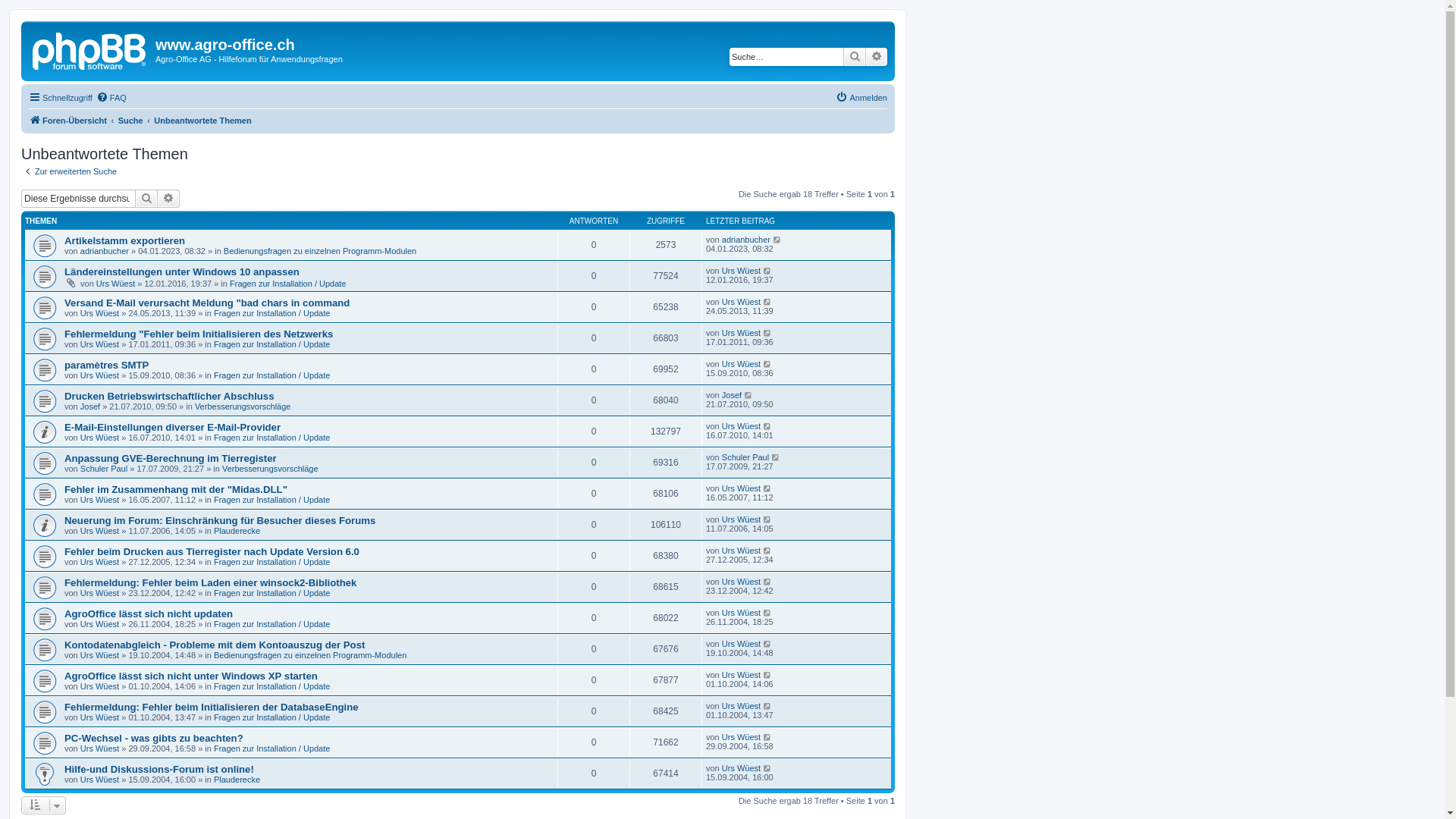 Image resolution: width=1456 pixels, height=819 pixels. Describe the element at coordinates (271, 717) in the screenshot. I see `'Fragen zur Installation / Update'` at that location.